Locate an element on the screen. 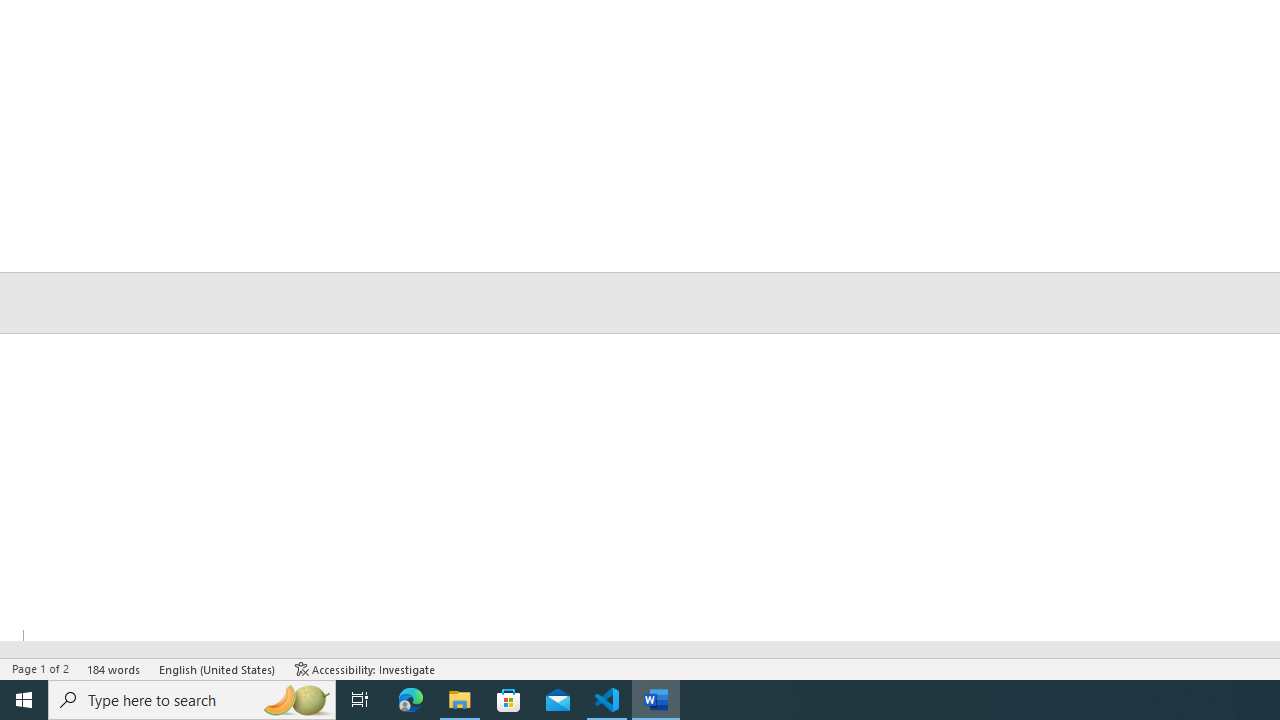  'File Explorer - 1 running window' is located at coordinates (459, 698).